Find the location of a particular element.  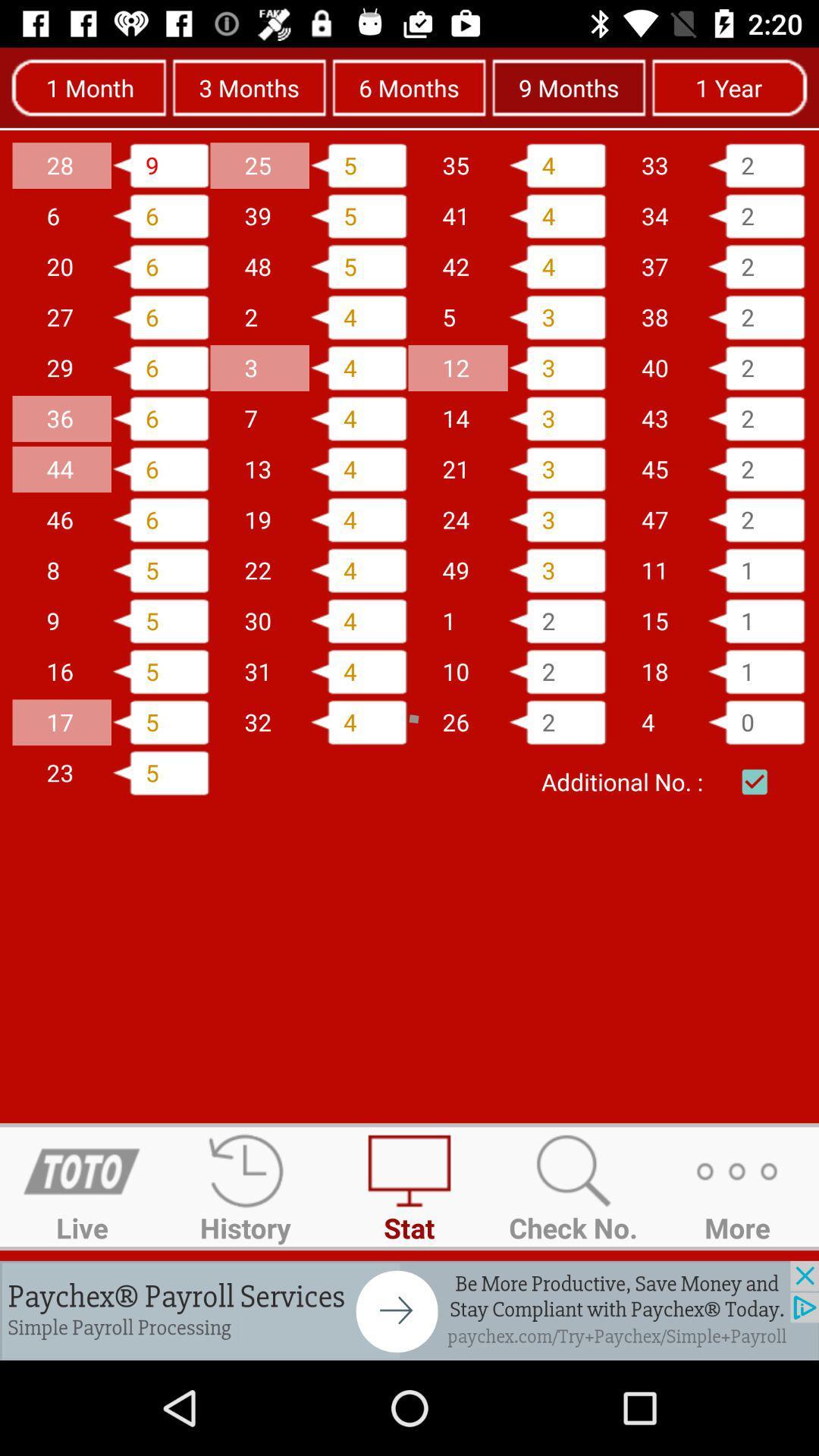

advertisement is located at coordinates (409, 1310).